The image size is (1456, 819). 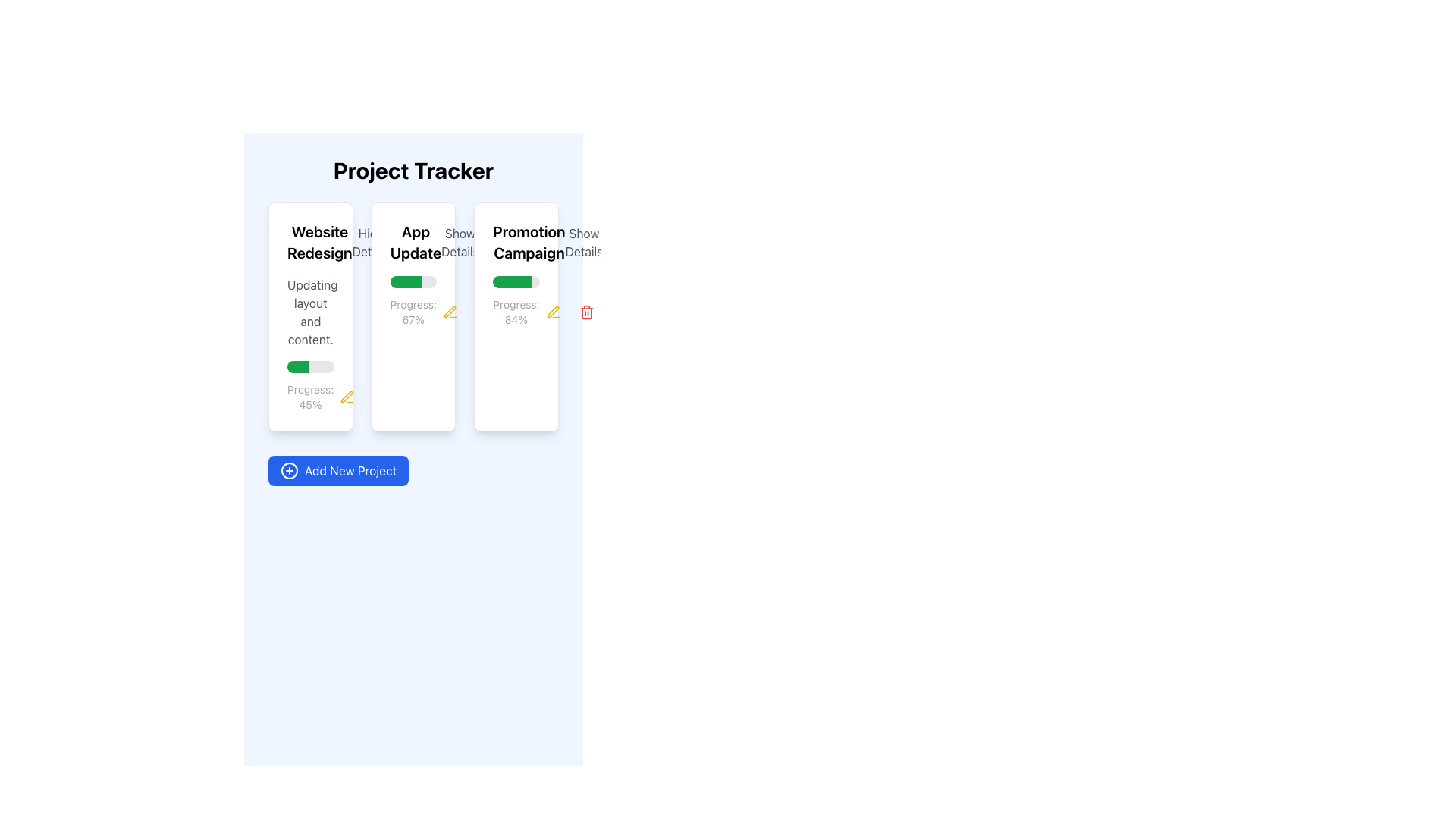 What do you see at coordinates (516, 281) in the screenshot?
I see `the Progress Bar element that visually represents 84% completion, located in the 'Promotion Campaign' card, below the title and above the 'Progress: 84%' text label` at bounding box center [516, 281].